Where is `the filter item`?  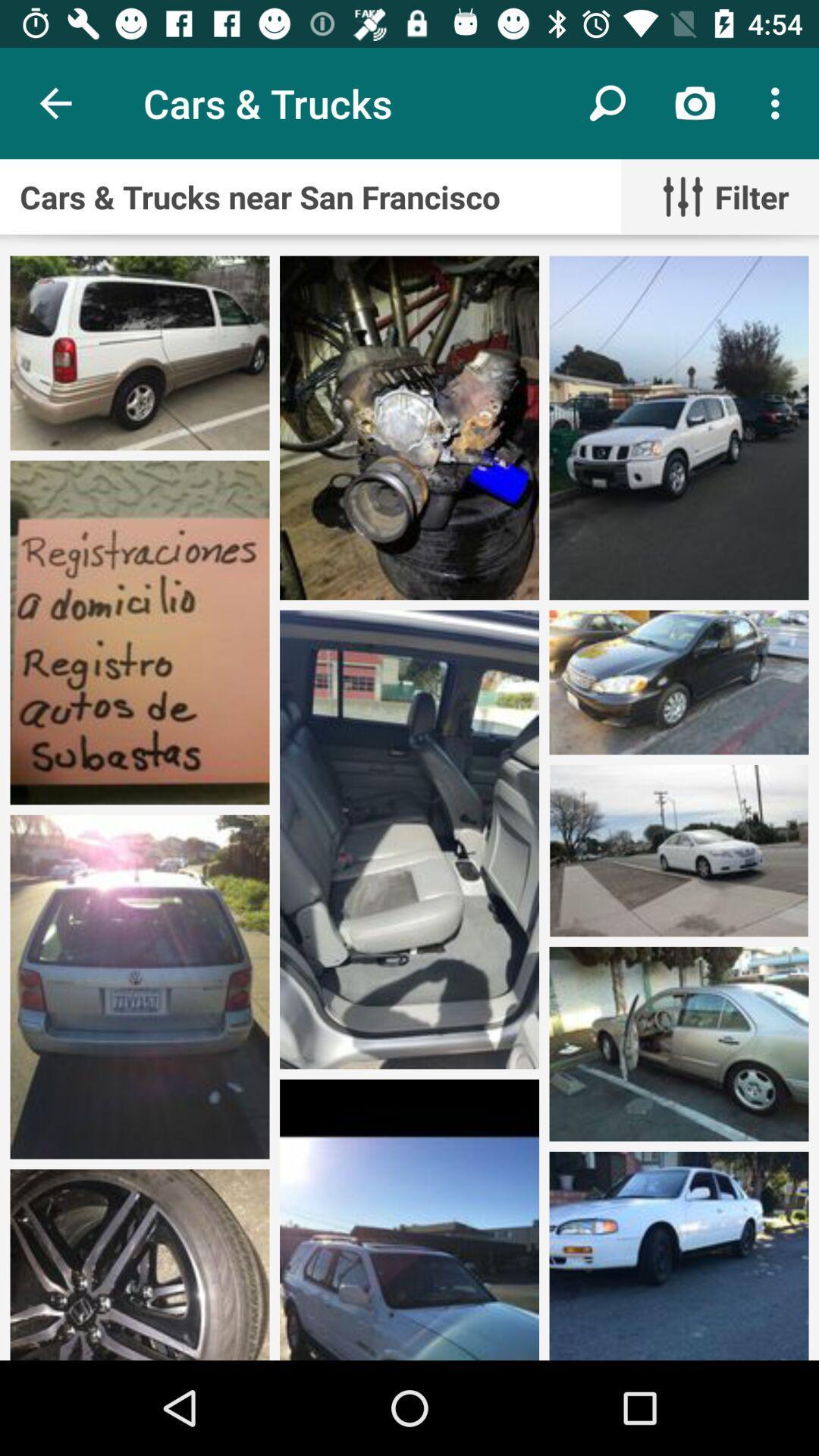 the filter item is located at coordinates (719, 196).